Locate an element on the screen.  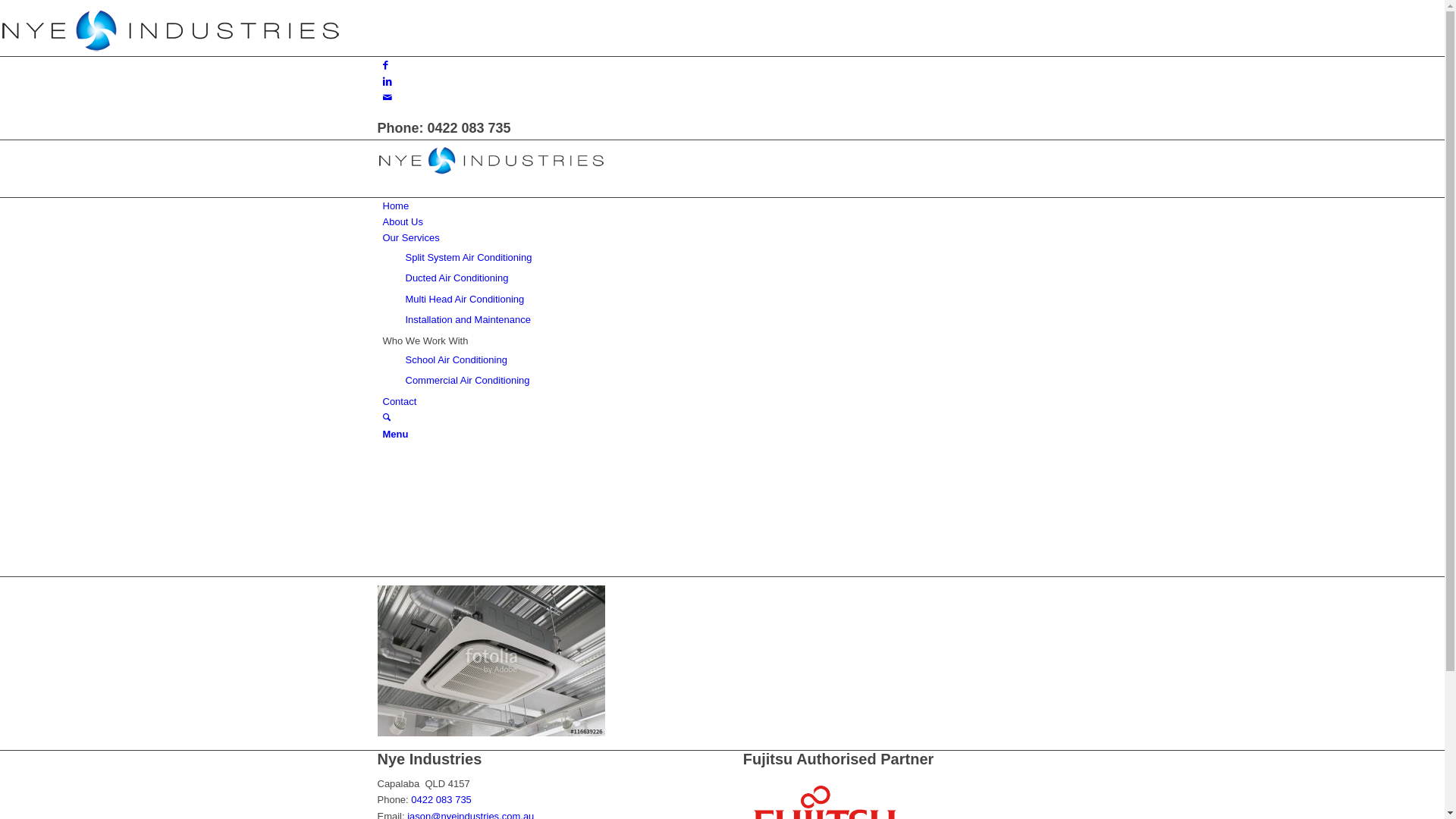
'Commercial Air Conditioning' is located at coordinates (466, 379).